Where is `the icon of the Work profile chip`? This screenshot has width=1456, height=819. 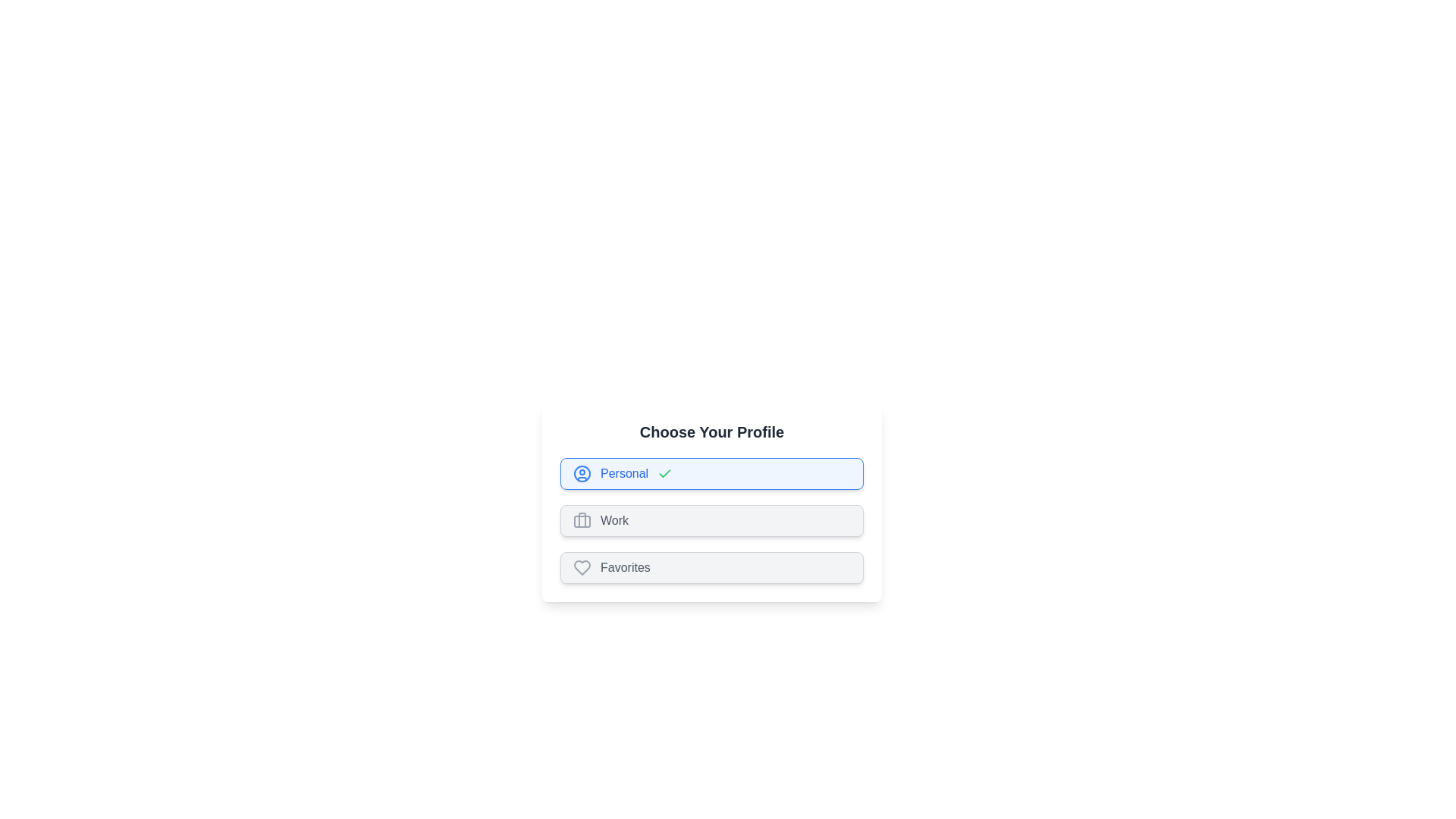
the icon of the Work profile chip is located at coordinates (582, 519).